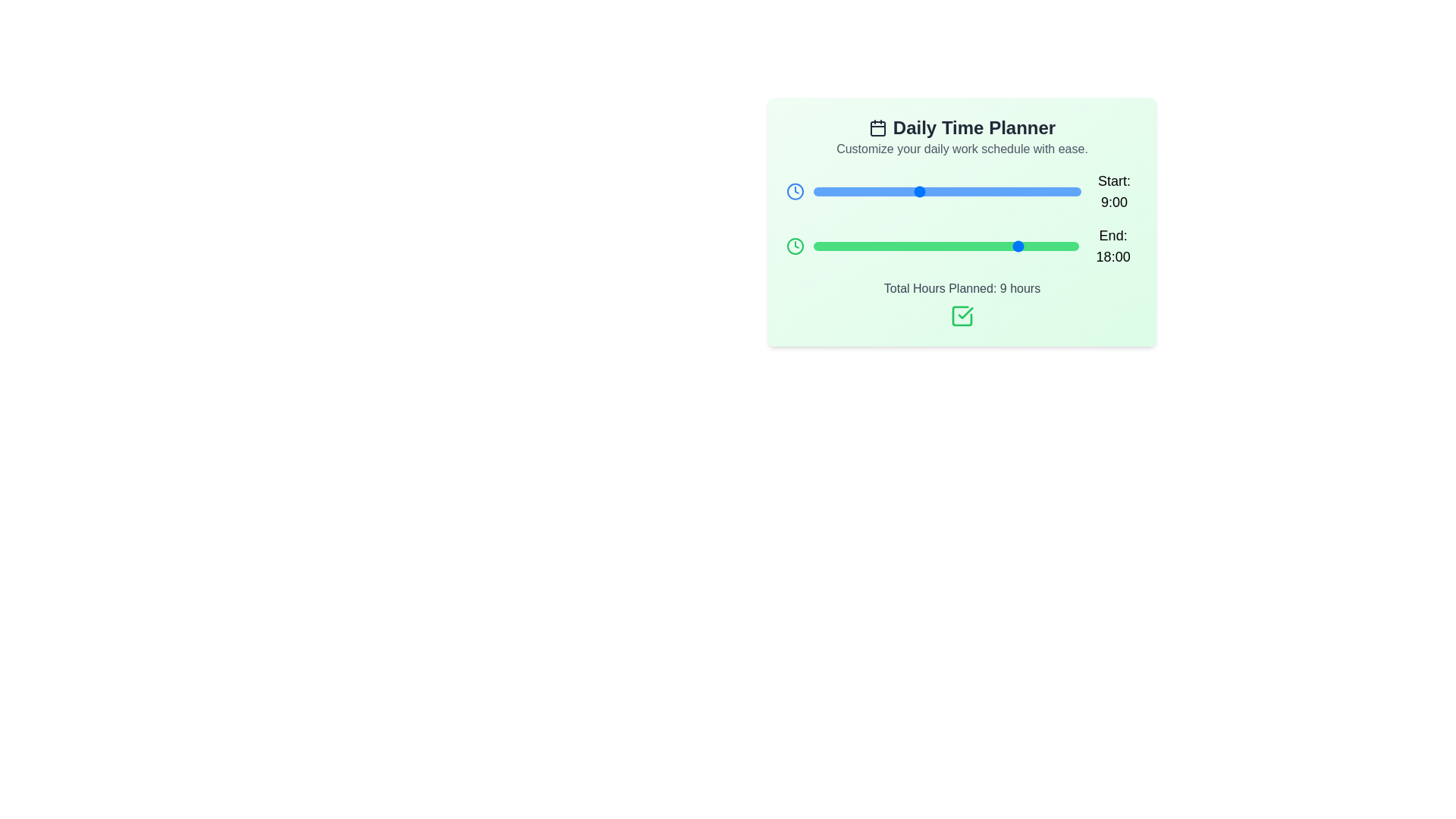  Describe the element at coordinates (1045, 191) in the screenshot. I see `the 'Start' slider to set the start time to 20` at that location.